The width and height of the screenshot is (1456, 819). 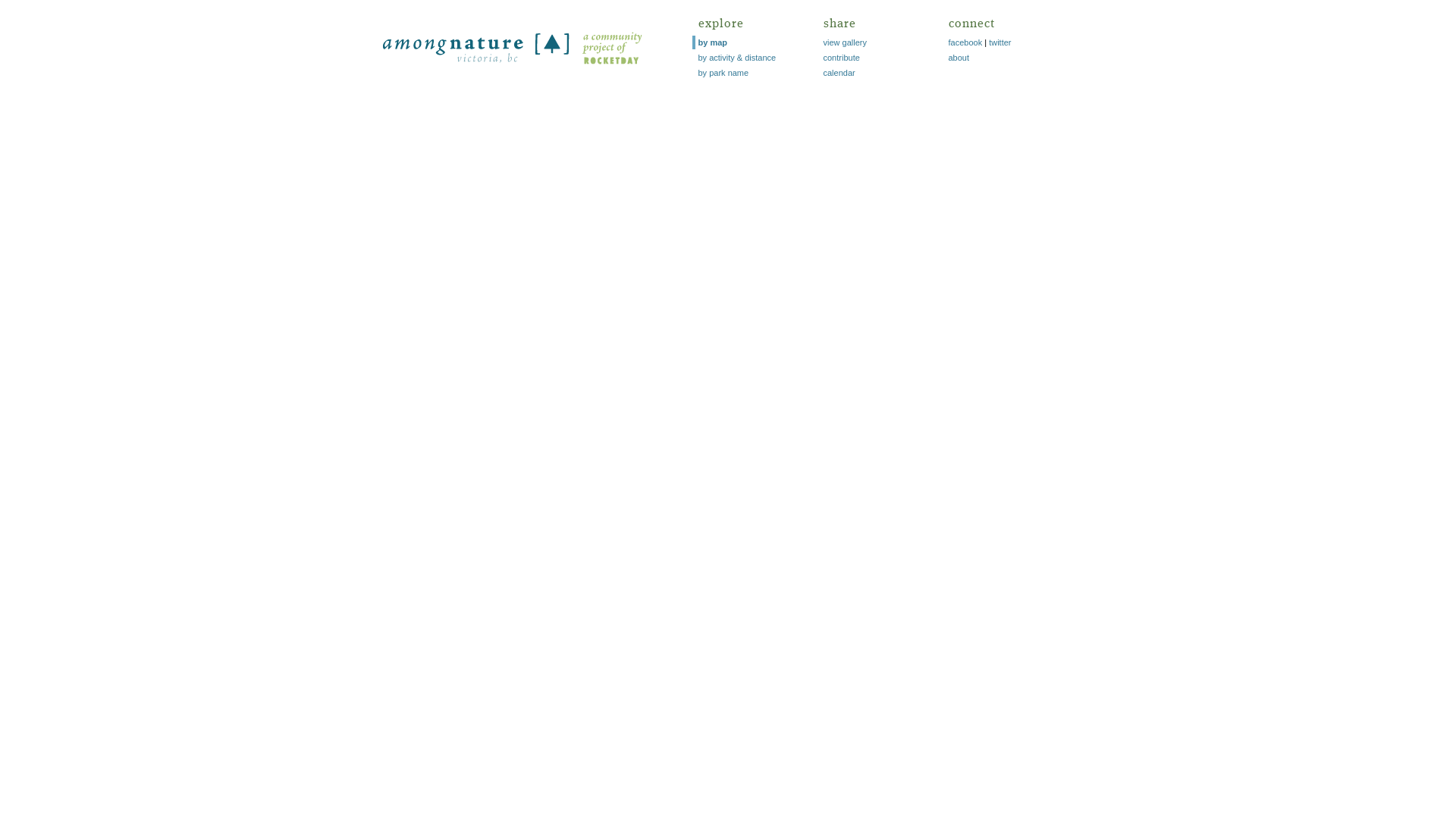 What do you see at coordinates (839, 73) in the screenshot?
I see `'calendar'` at bounding box center [839, 73].